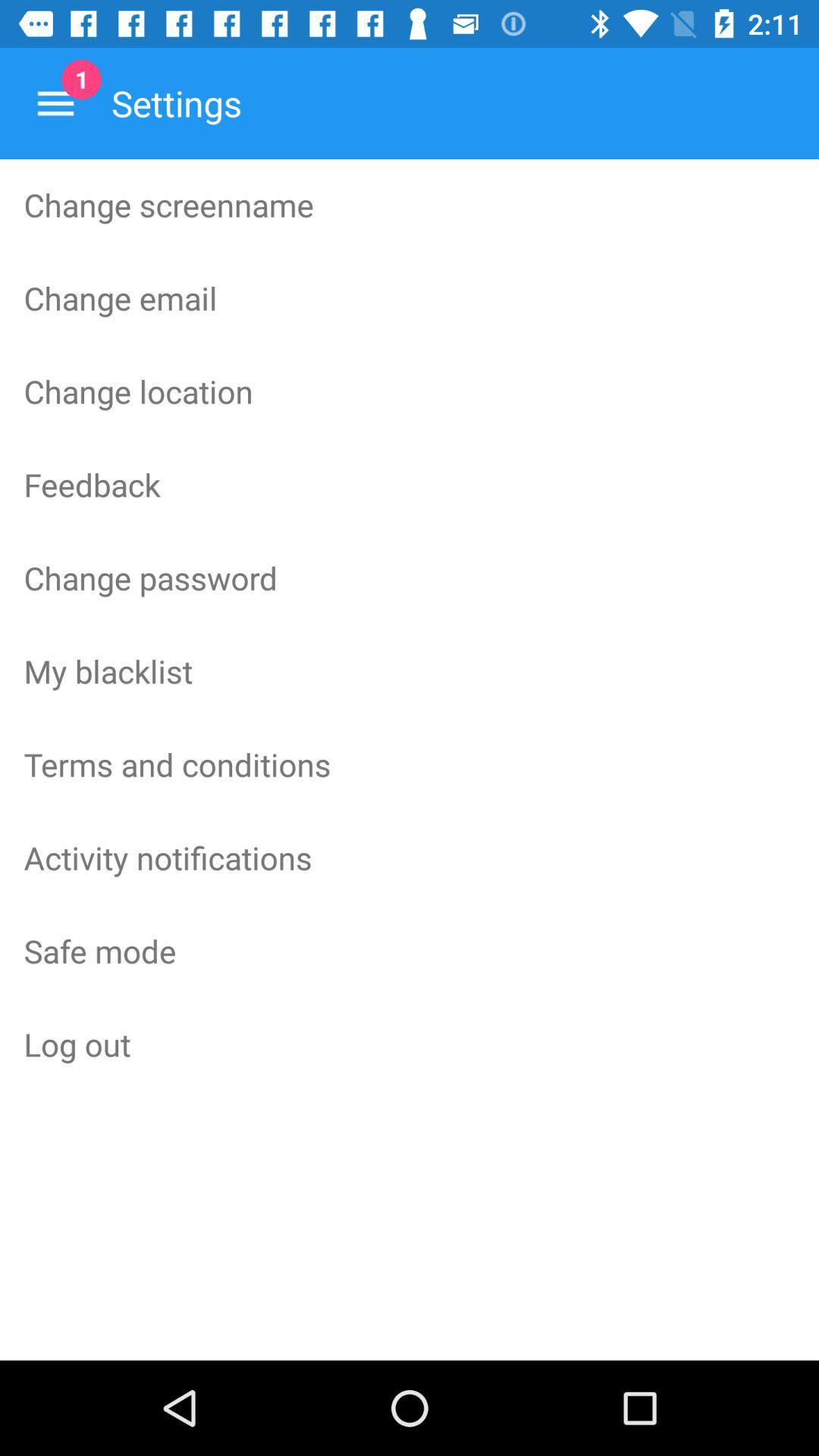  What do you see at coordinates (409, 298) in the screenshot?
I see `the icon above the change location icon` at bounding box center [409, 298].